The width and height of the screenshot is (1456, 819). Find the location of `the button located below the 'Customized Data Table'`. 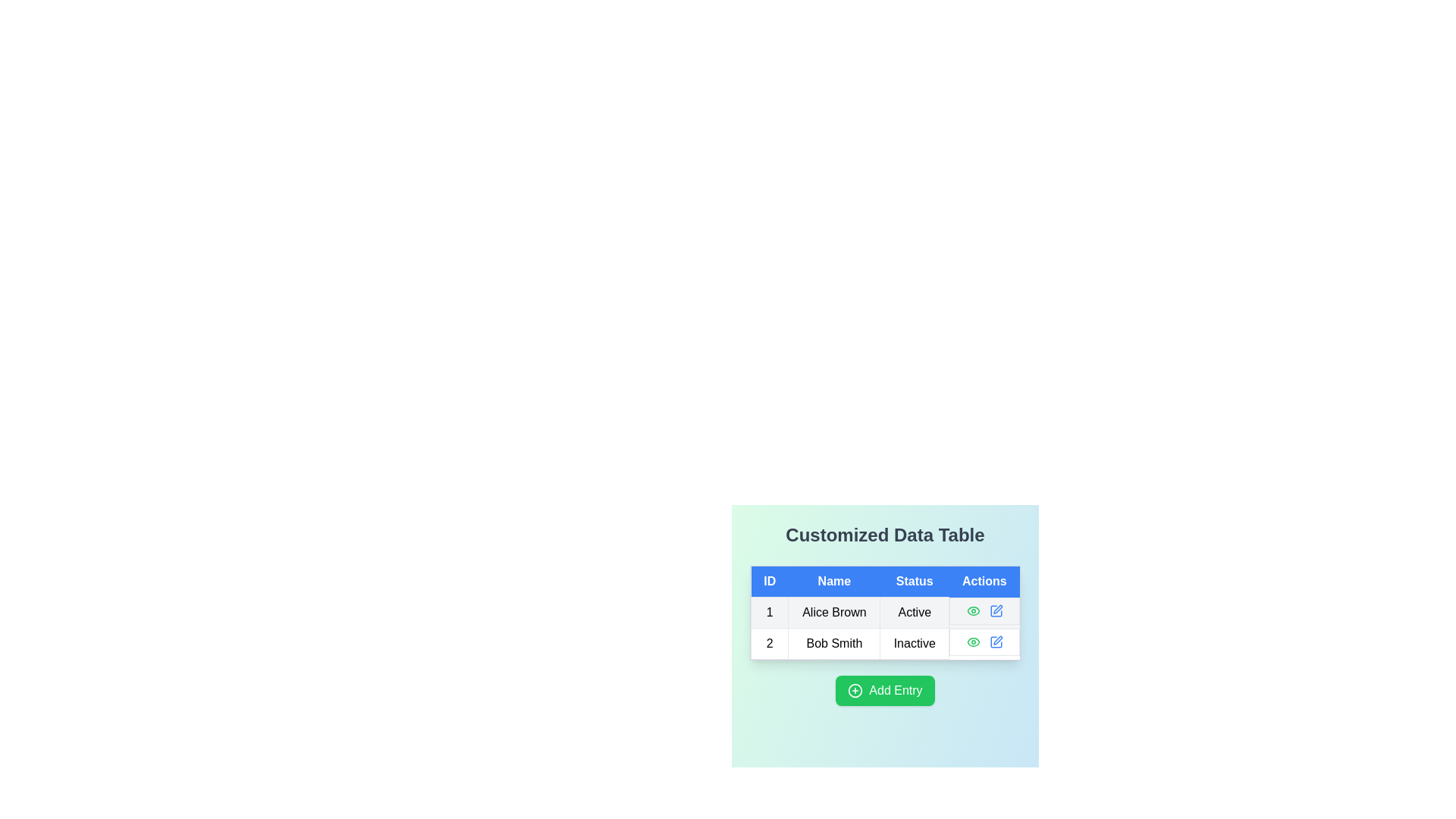

the button located below the 'Customized Data Table' is located at coordinates (885, 690).